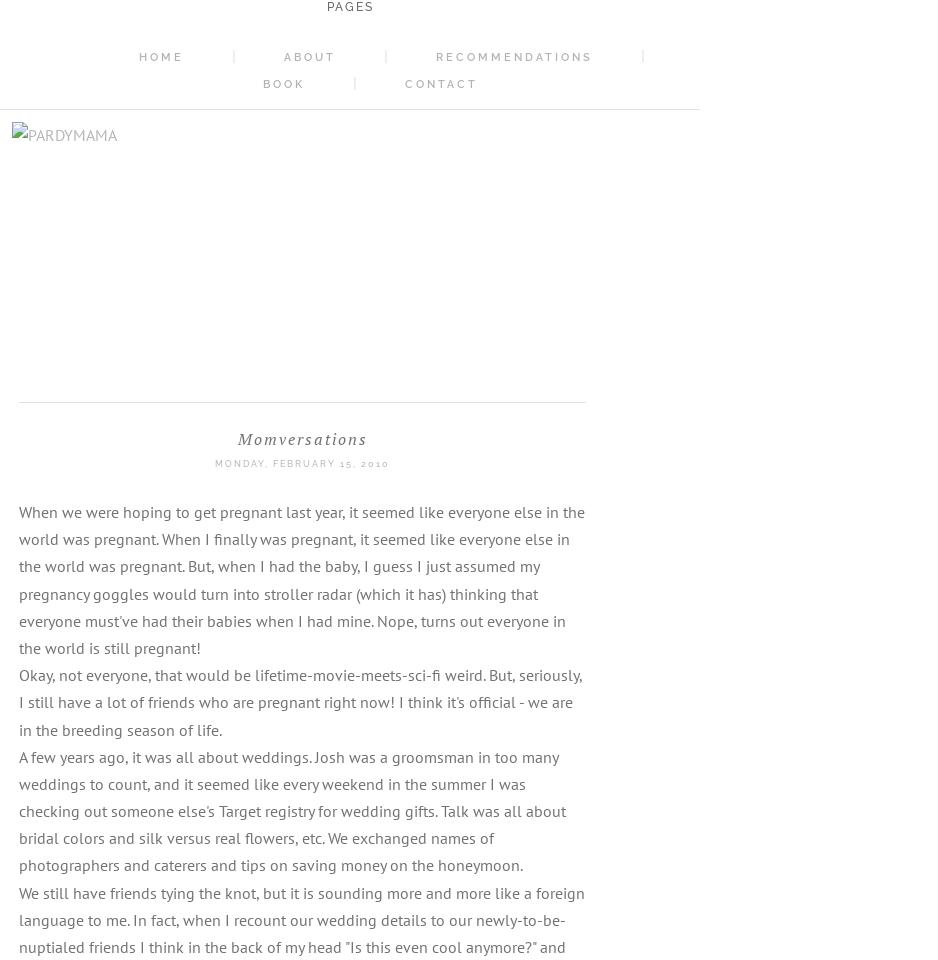  I want to click on 'Book', so click(260, 84).